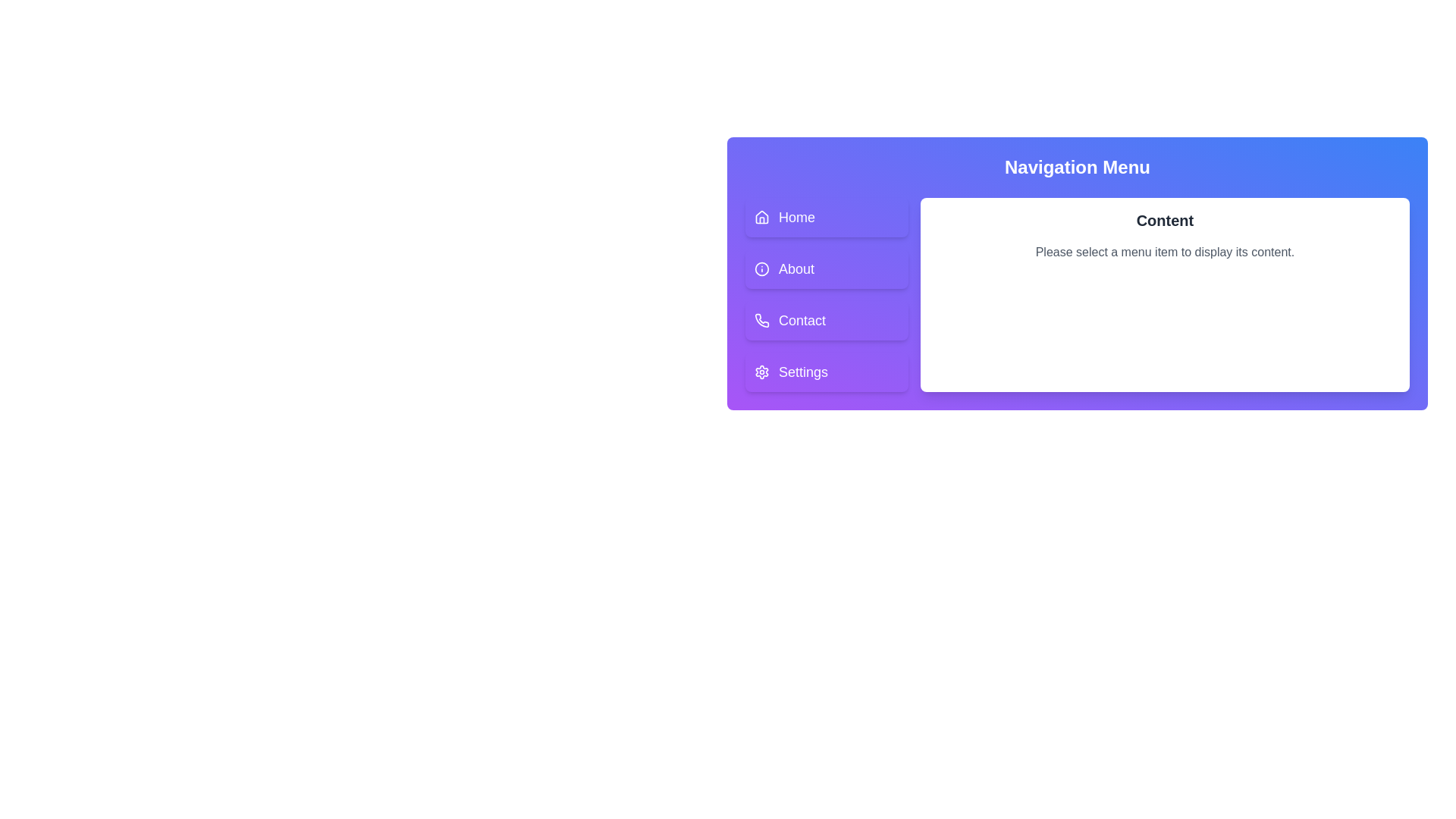  What do you see at coordinates (826, 268) in the screenshot?
I see `the 'About' button, which is the second navigation option located below the 'Home' button and above the 'Contact' button on the left side of the layout` at bounding box center [826, 268].